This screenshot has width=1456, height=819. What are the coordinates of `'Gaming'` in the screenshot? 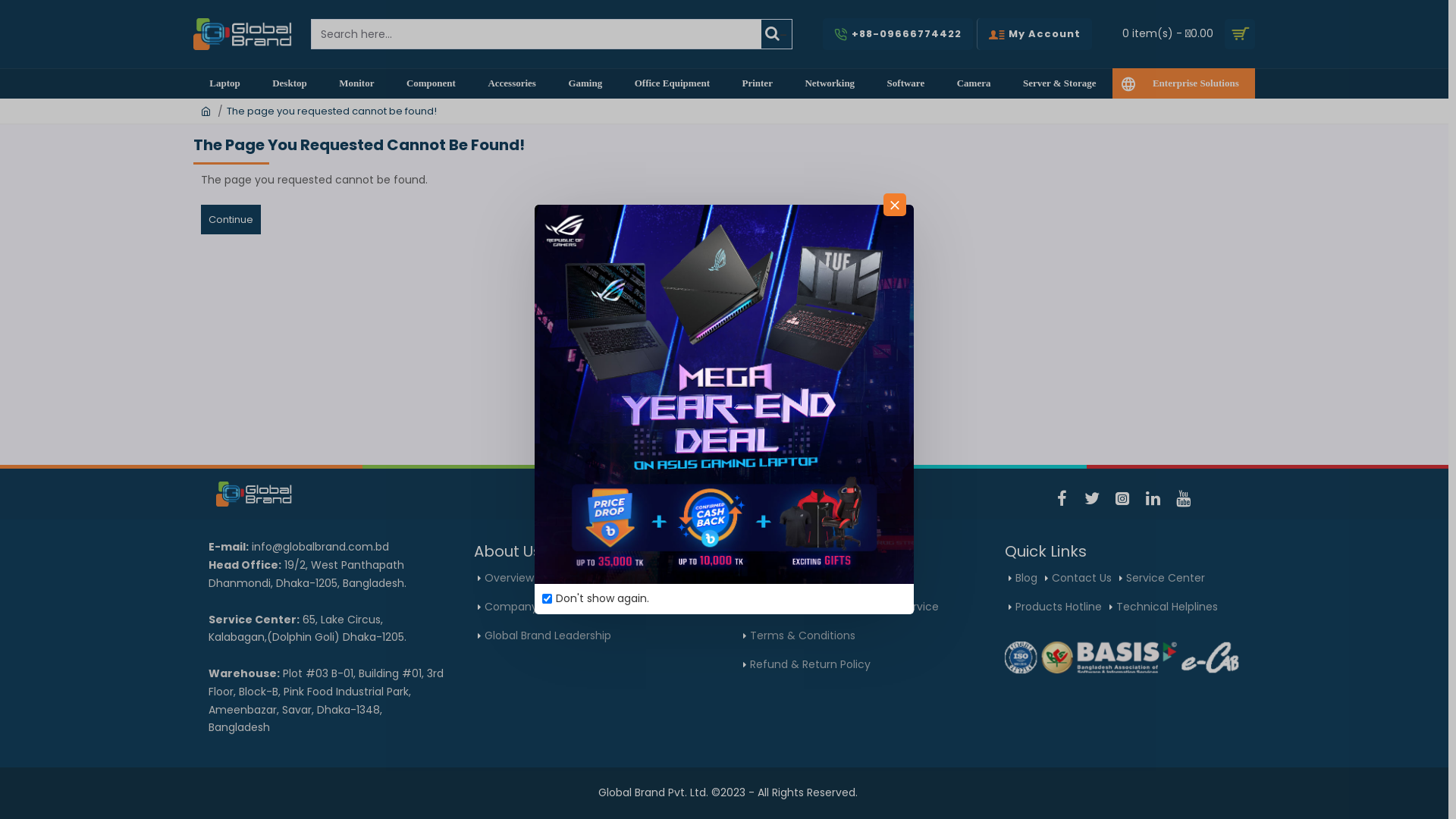 It's located at (584, 83).